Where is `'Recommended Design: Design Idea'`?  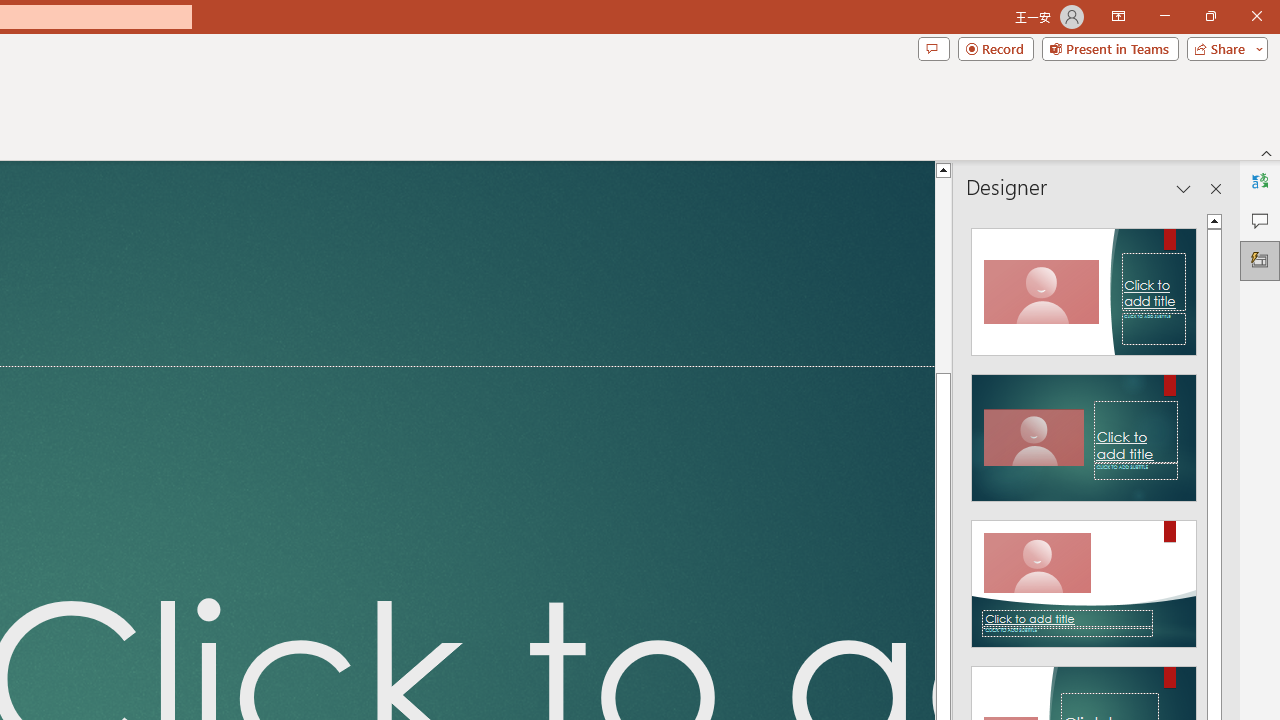
'Recommended Design: Design Idea' is located at coordinates (1083, 286).